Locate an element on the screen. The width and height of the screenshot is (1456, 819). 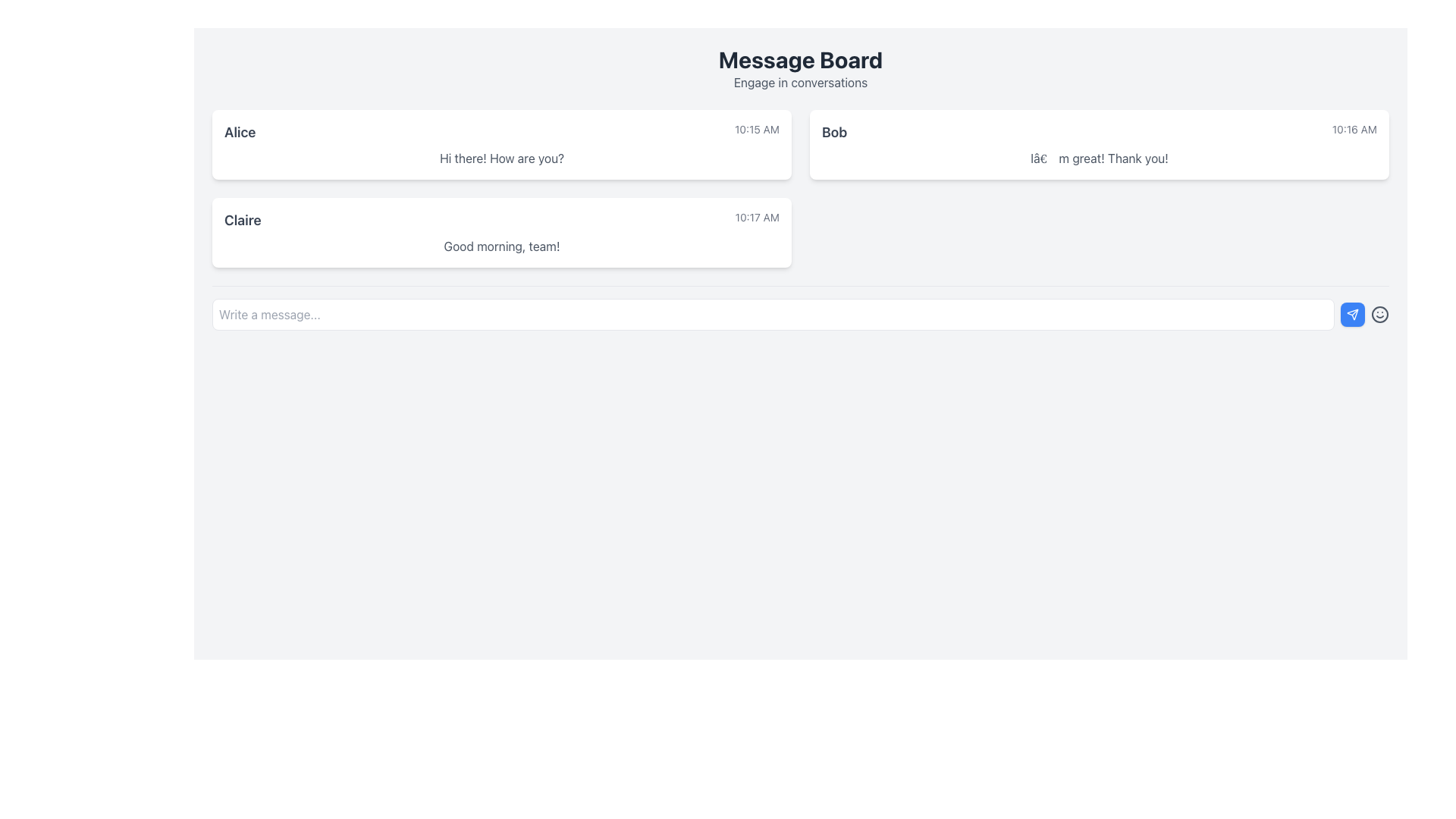
timestamp displayed on the right side of the layout, which is associated with the message or activity is located at coordinates (757, 131).